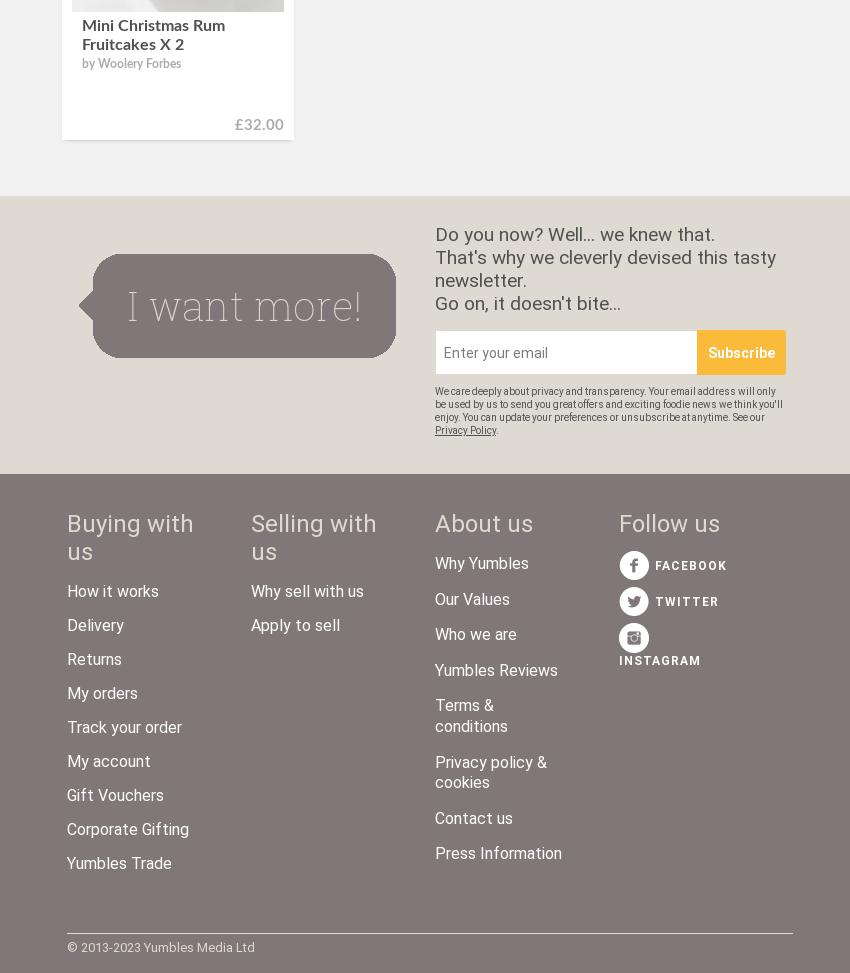 The image size is (850, 973). Describe the element at coordinates (471, 715) in the screenshot. I see `'Terms & conditions'` at that location.